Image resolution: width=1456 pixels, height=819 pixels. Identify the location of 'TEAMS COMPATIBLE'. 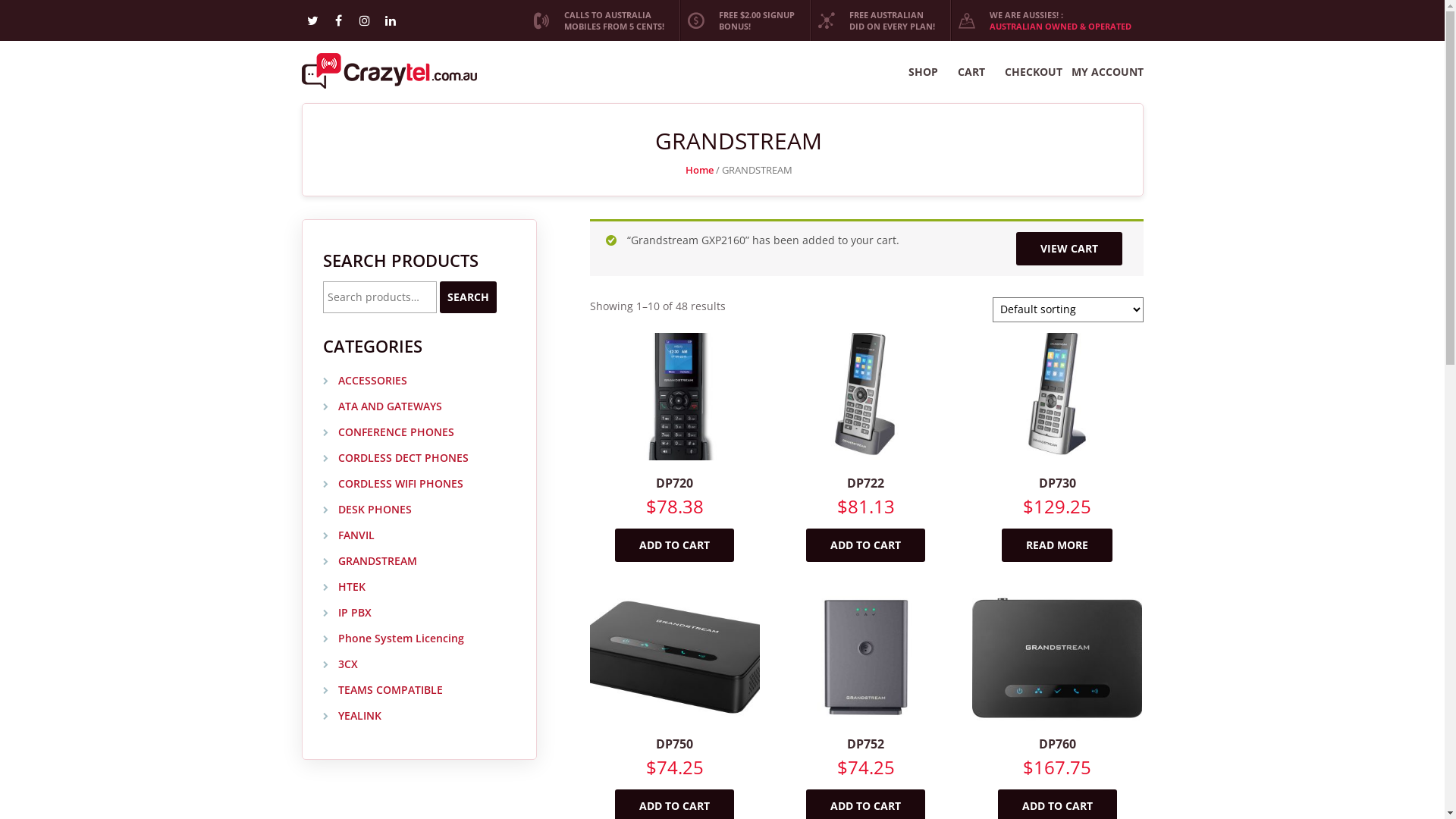
(382, 690).